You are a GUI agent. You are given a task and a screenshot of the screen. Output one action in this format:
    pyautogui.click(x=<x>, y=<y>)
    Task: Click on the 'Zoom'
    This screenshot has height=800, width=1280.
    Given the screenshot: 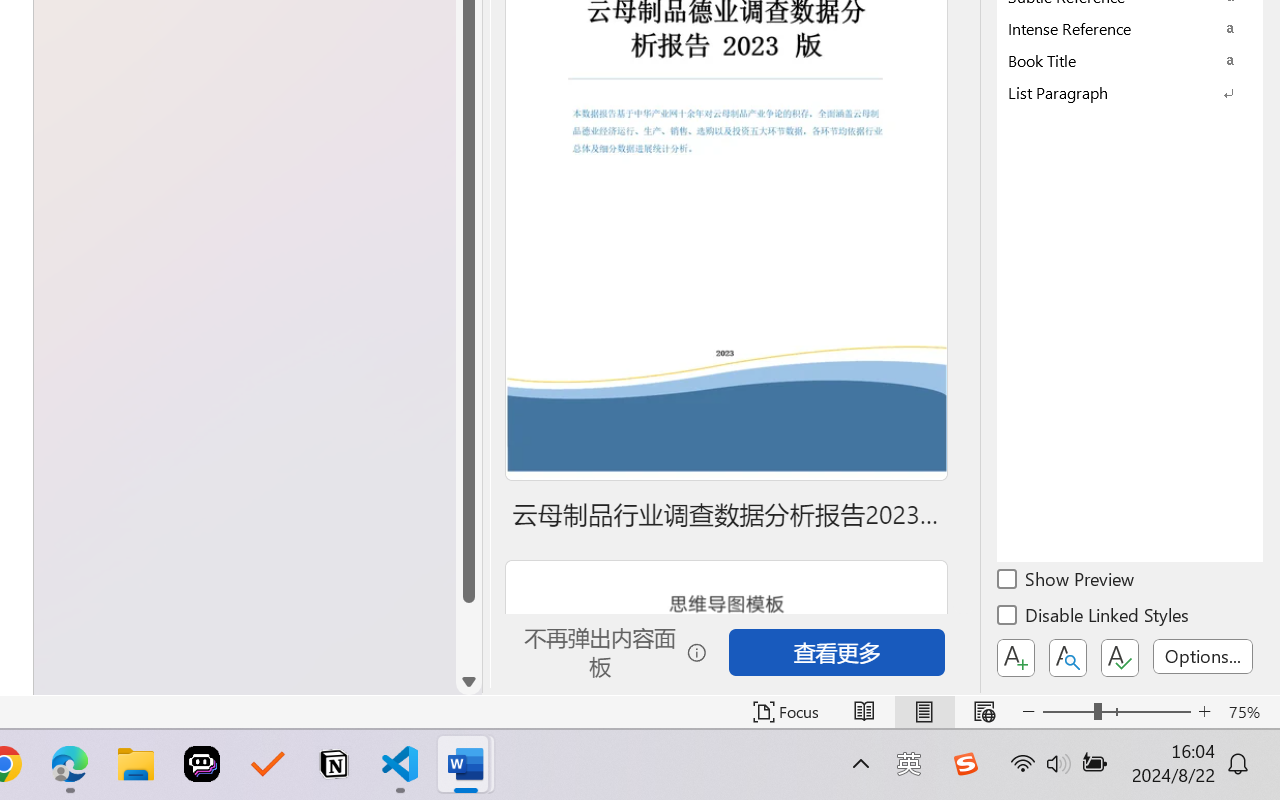 What is the action you would take?
    pyautogui.click(x=1115, y=711)
    